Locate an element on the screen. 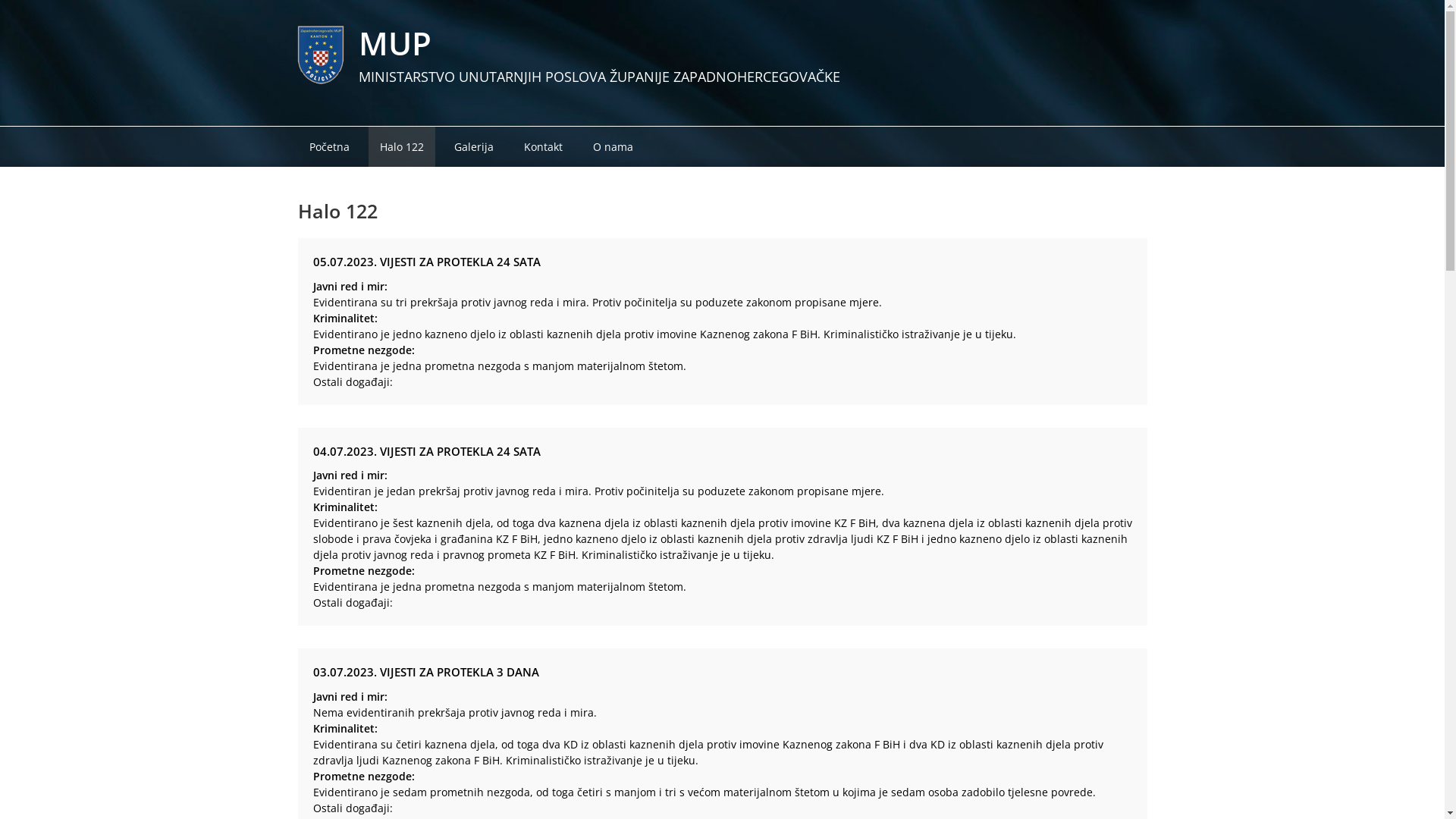 This screenshot has height=819, width=1456. 'Halo 122' is located at coordinates (368, 146).